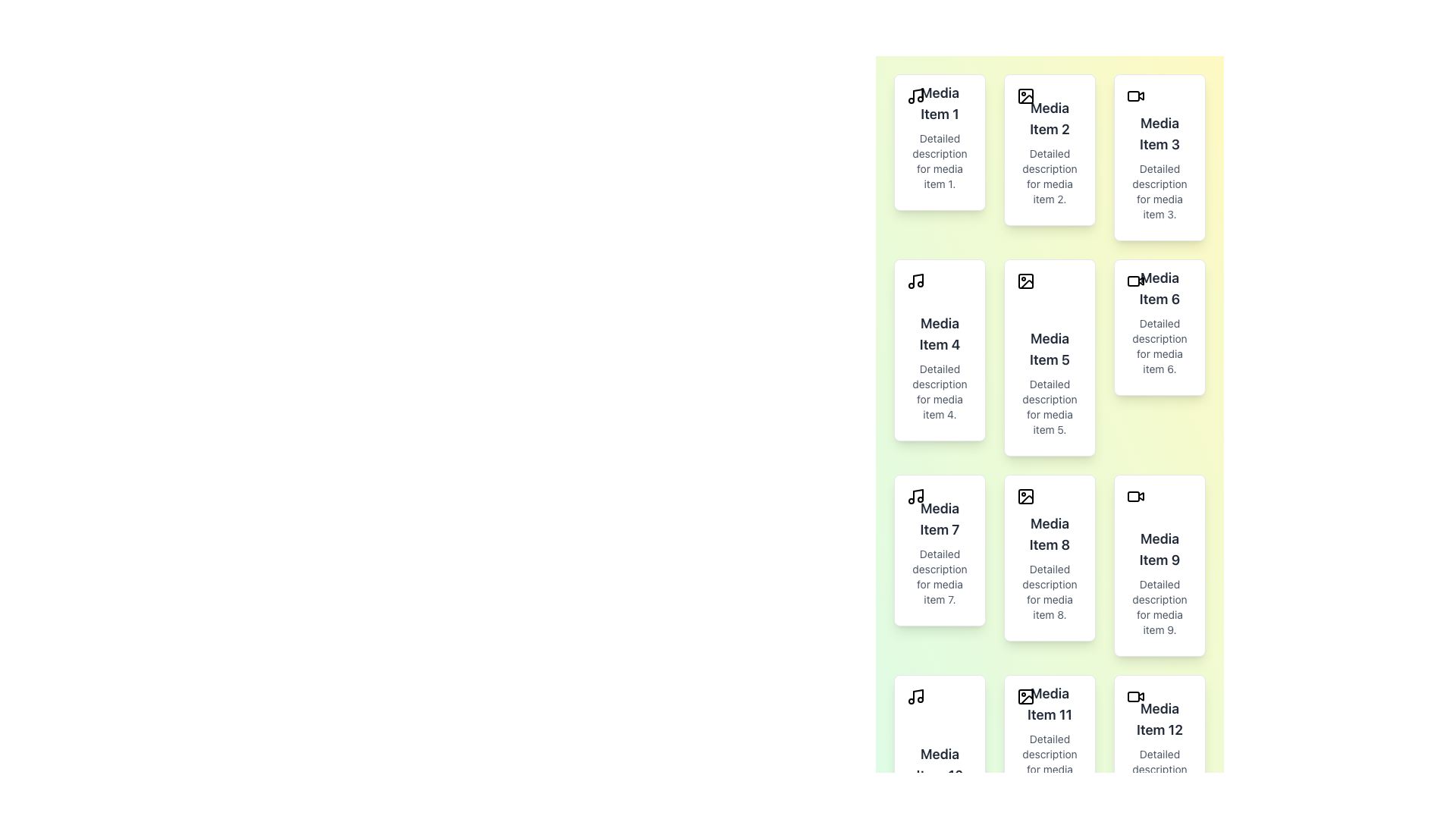  Describe the element at coordinates (1049, 149) in the screenshot. I see `the informational media card located in the second column, first row of the grid layout by clicking on it` at that location.